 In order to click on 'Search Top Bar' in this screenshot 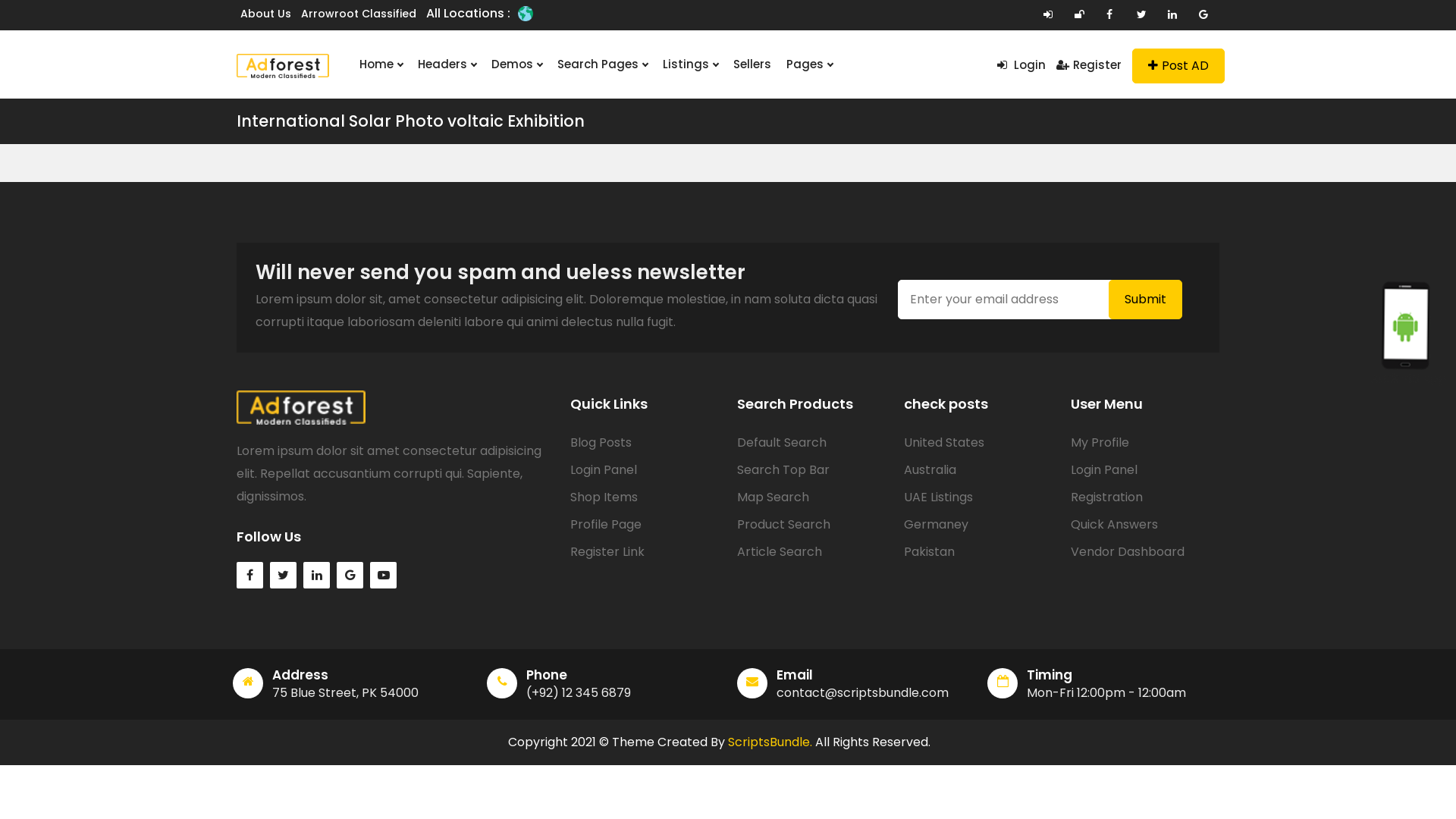, I will do `click(783, 469)`.